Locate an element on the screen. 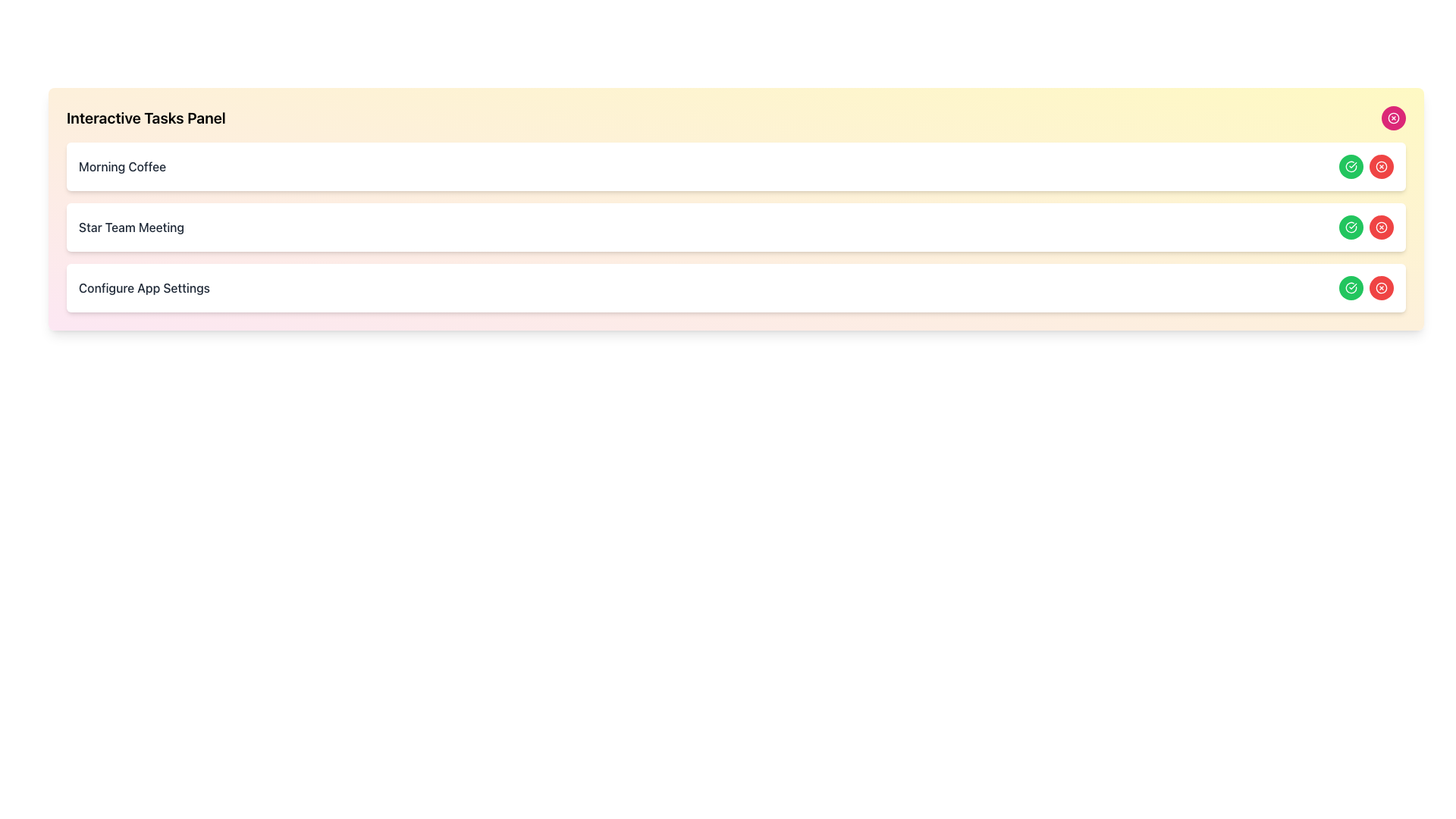 Image resolution: width=1456 pixels, height=819 pixels. the green checkmark icon located to the right of the 'Star Team Meeting' text is located at coordinates (1351, 166).